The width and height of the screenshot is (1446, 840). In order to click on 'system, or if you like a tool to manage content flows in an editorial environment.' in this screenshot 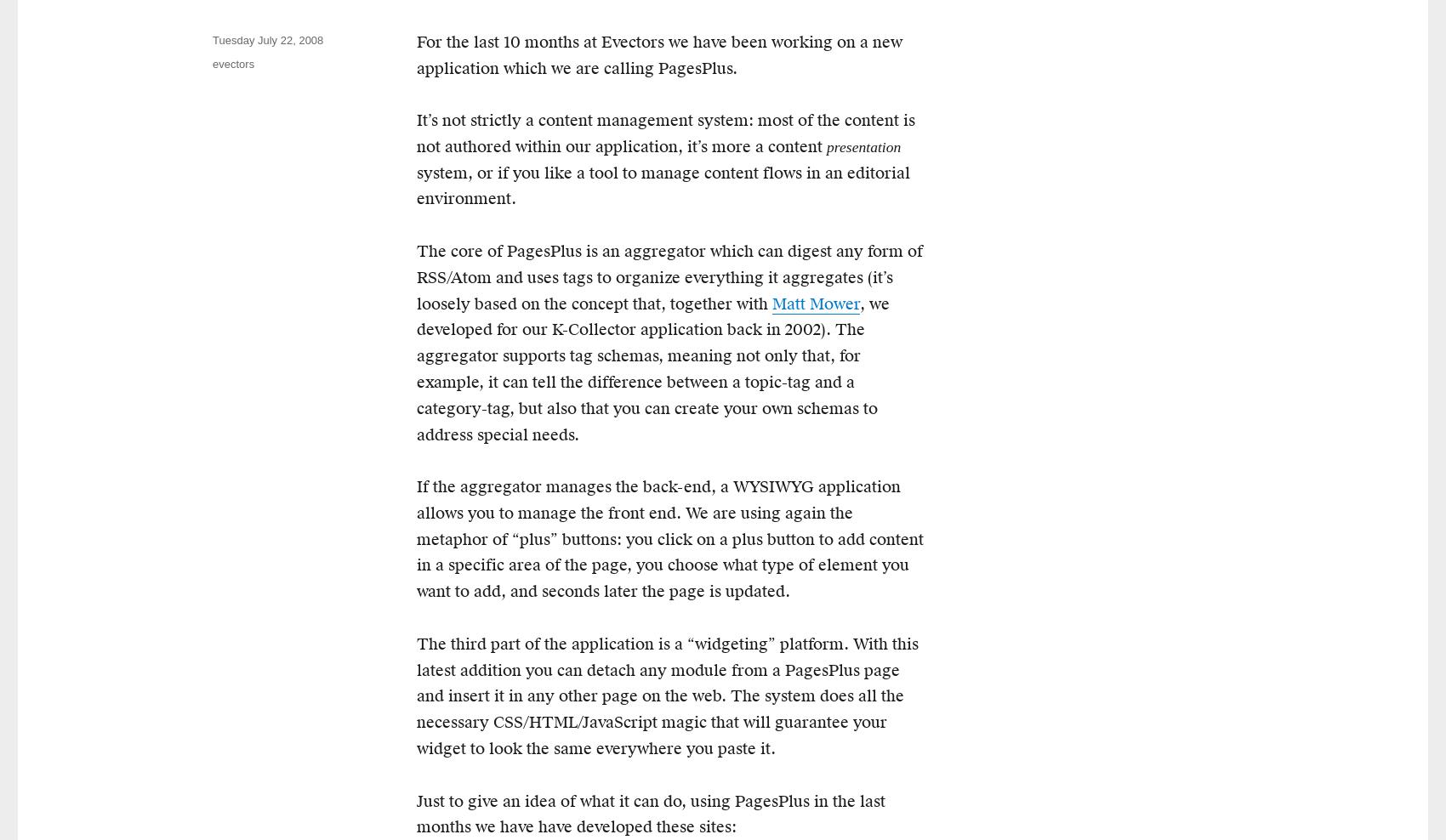, I will do `click(416, 184)`.